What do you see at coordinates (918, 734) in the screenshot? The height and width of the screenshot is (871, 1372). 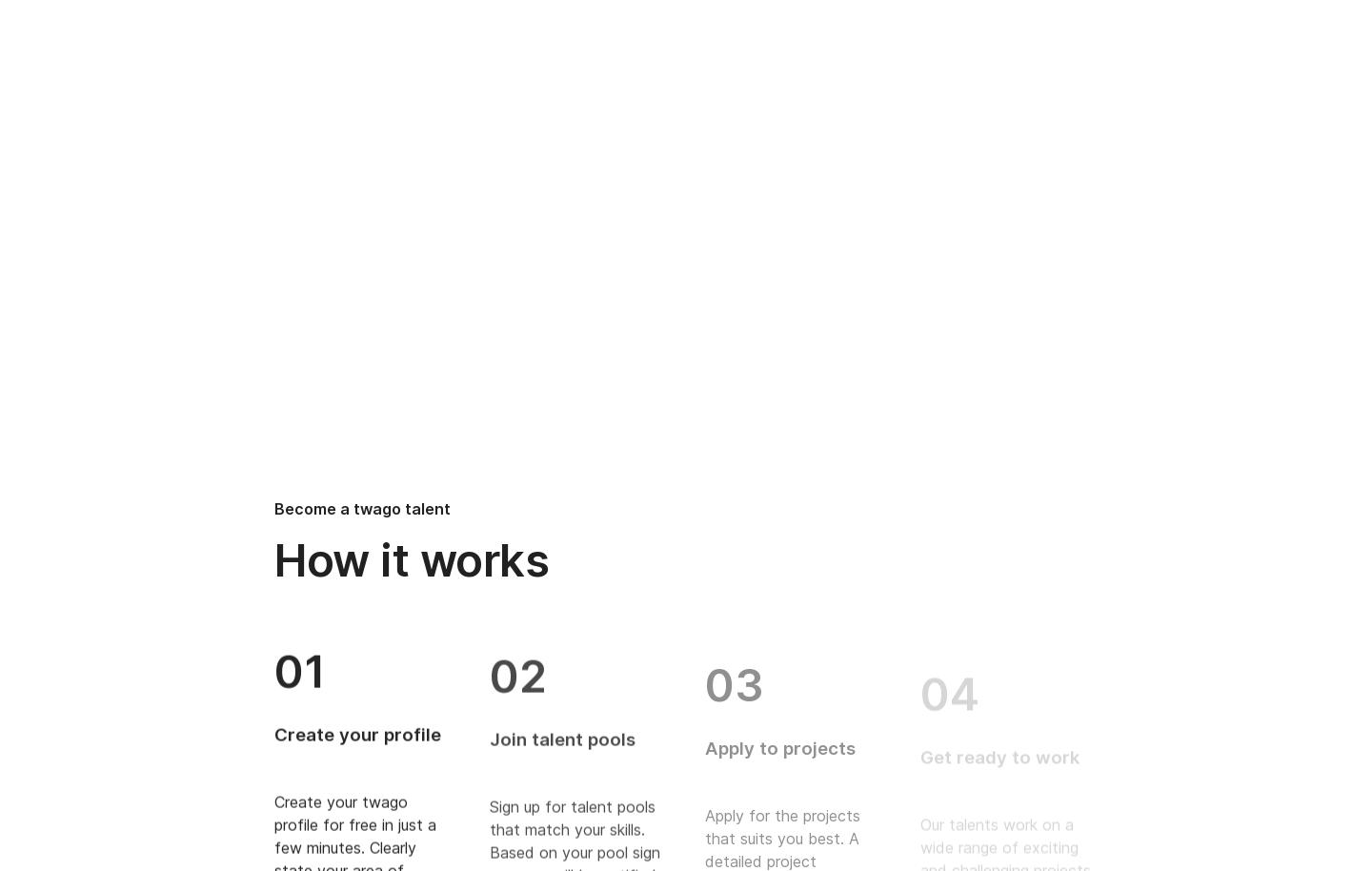 I see `'Get ready to work'` at bounding box center [918, 734].